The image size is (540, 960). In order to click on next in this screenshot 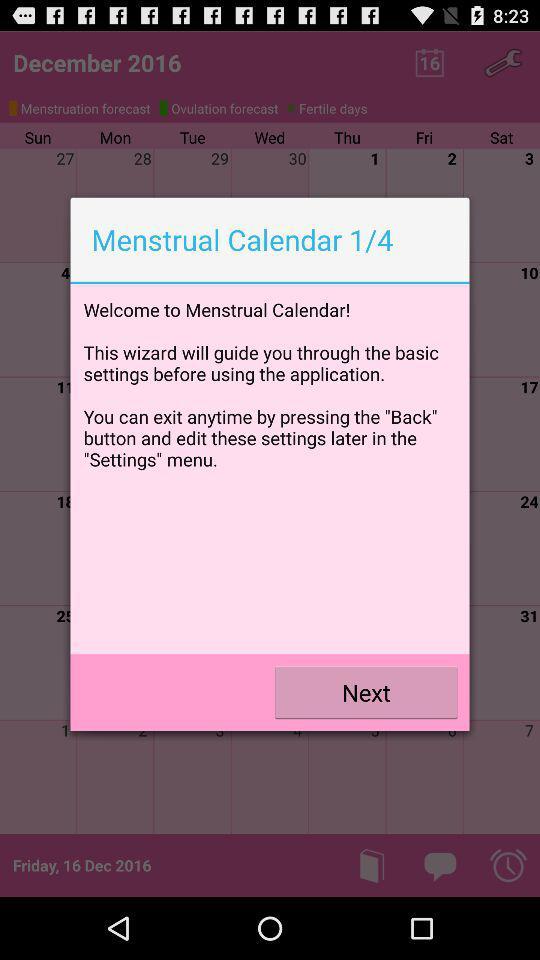, I will do `click(365, 692)`.